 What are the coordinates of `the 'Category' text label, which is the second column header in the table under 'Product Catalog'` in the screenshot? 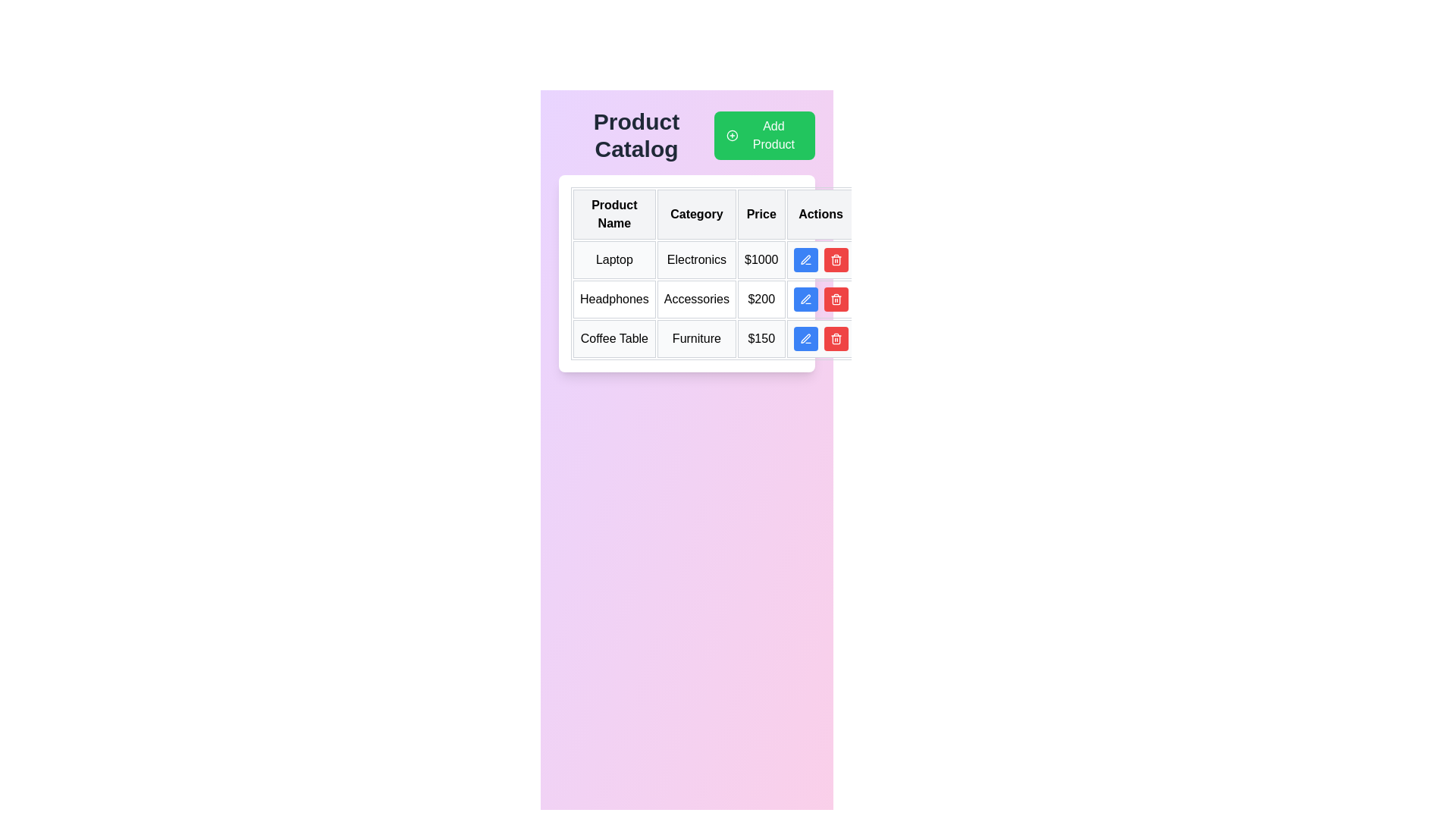 It's located at (695, 214).